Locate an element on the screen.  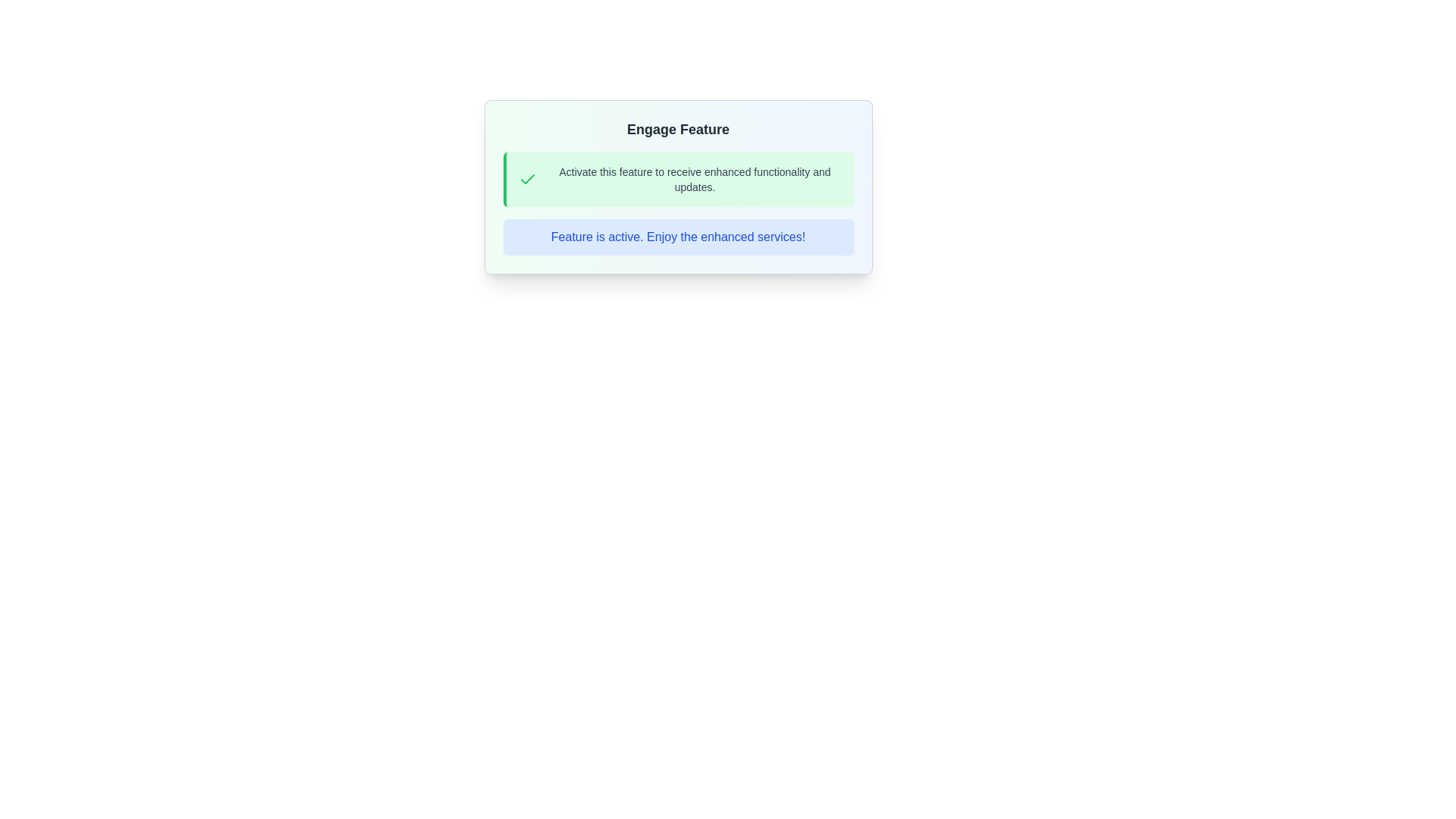
the small green check mark icon, which is located within a green notification box to the left of the text 'Activate this feature to receive enhanced functionality and updates.' is located at coordinates (527, 178).